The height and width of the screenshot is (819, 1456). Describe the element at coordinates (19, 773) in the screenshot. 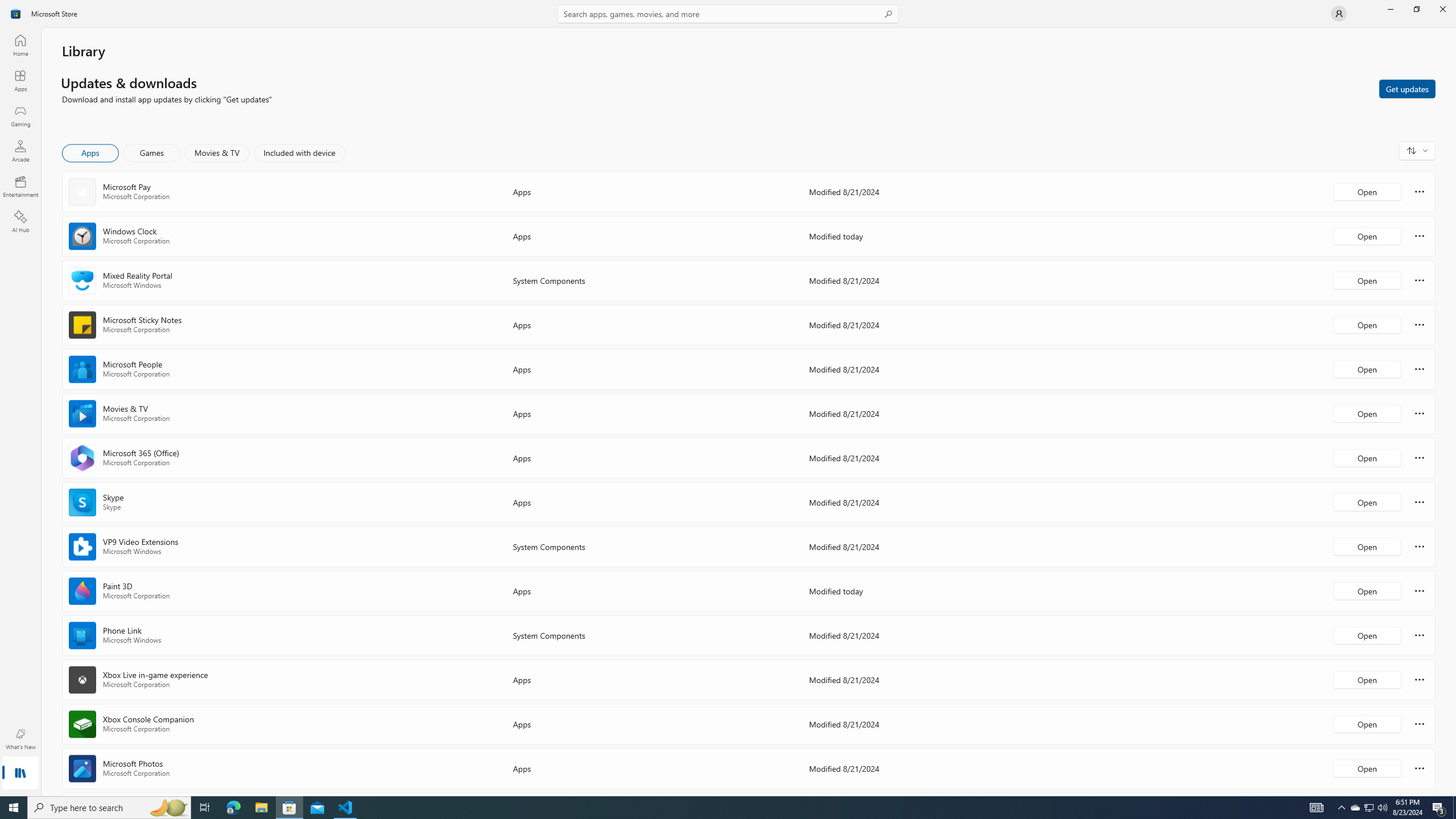

I see `'Library'` at that location.